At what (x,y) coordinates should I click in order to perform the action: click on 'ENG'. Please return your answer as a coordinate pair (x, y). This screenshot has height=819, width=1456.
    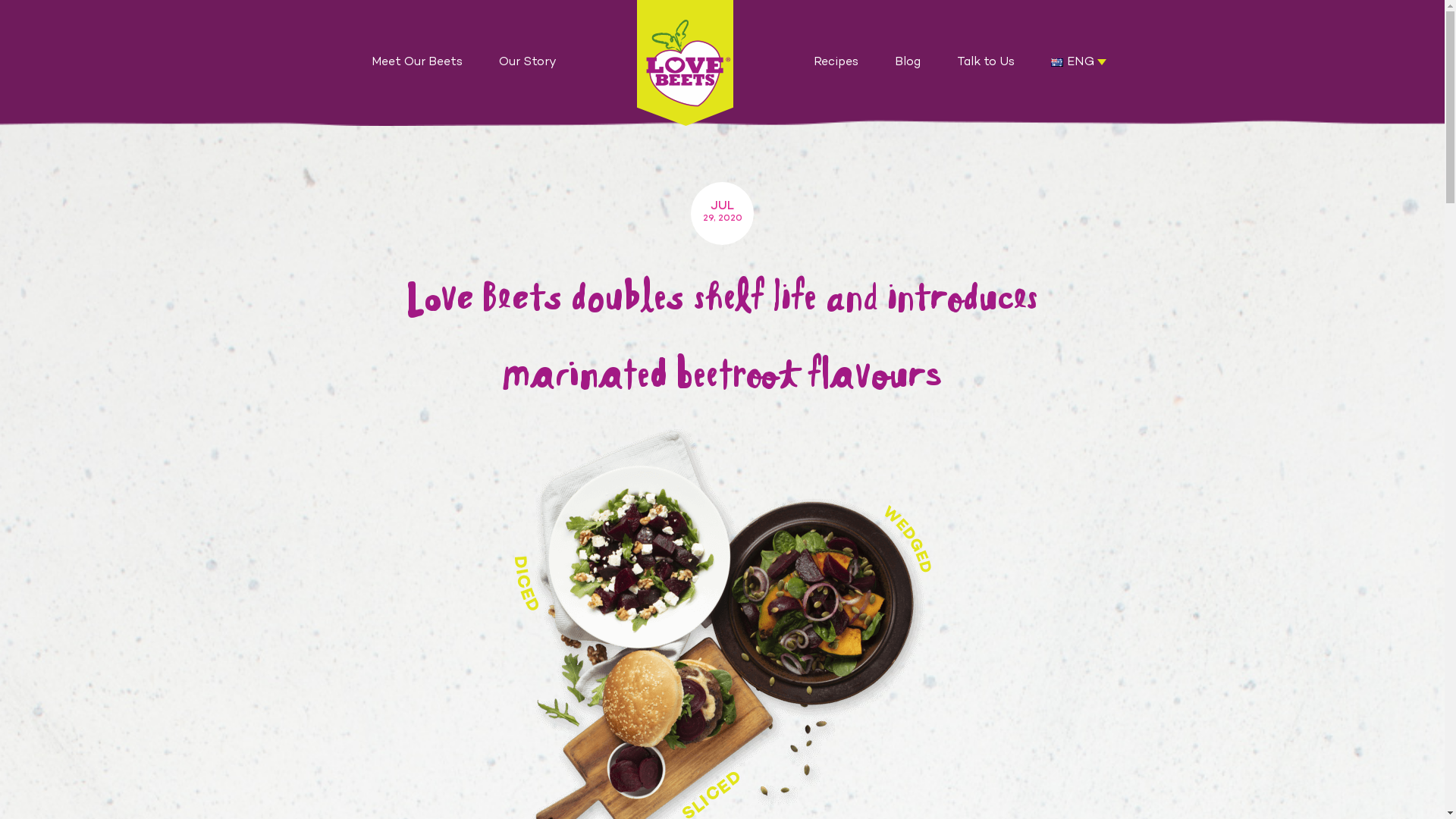
    Looking at the image, I should click on (1078, 62).